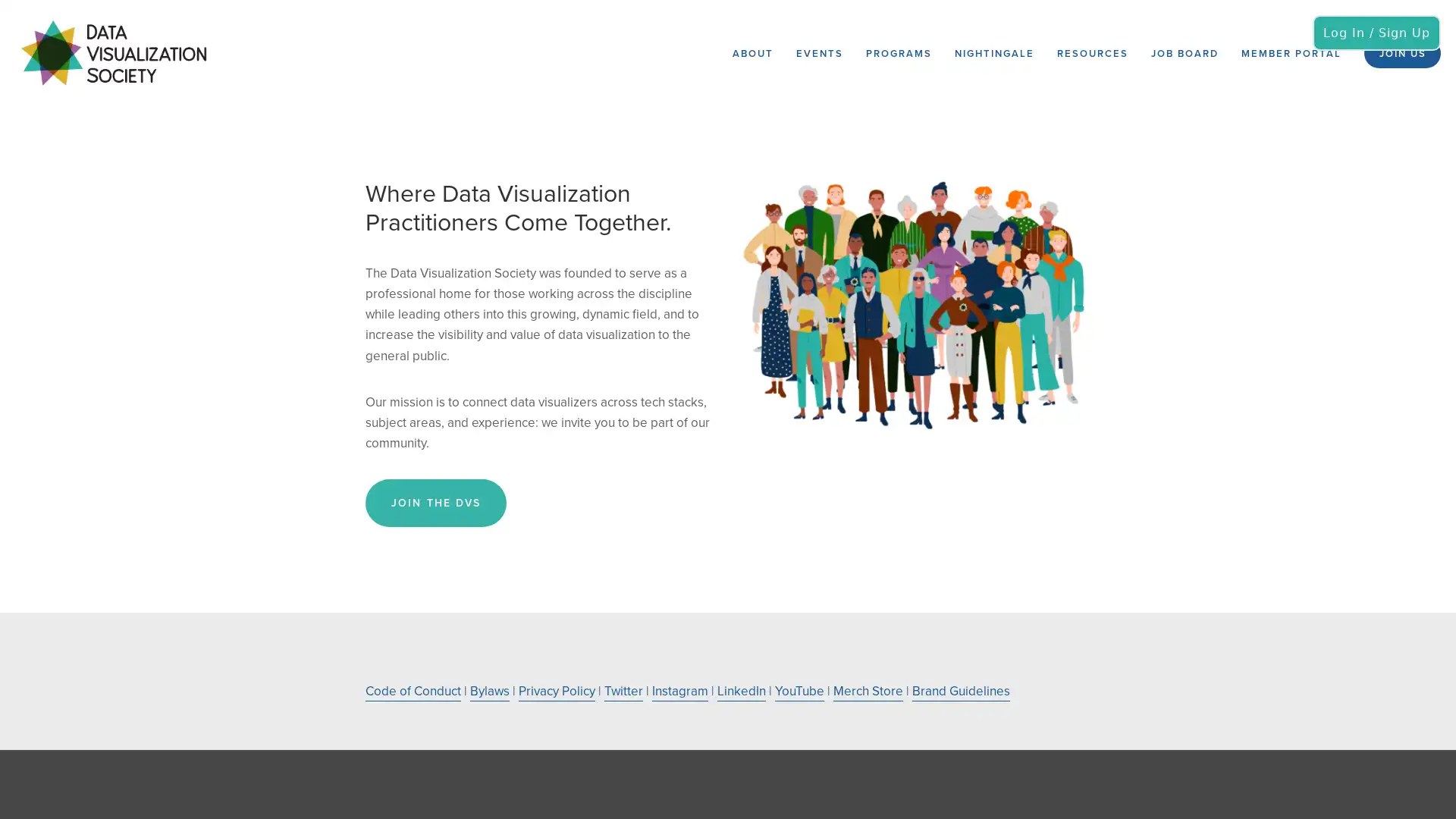 This screenshot has height=819, width=1456. Describe the element at coordinates (1379, 33) in the screenshot. I see `Log In / Sign Up` at that location.